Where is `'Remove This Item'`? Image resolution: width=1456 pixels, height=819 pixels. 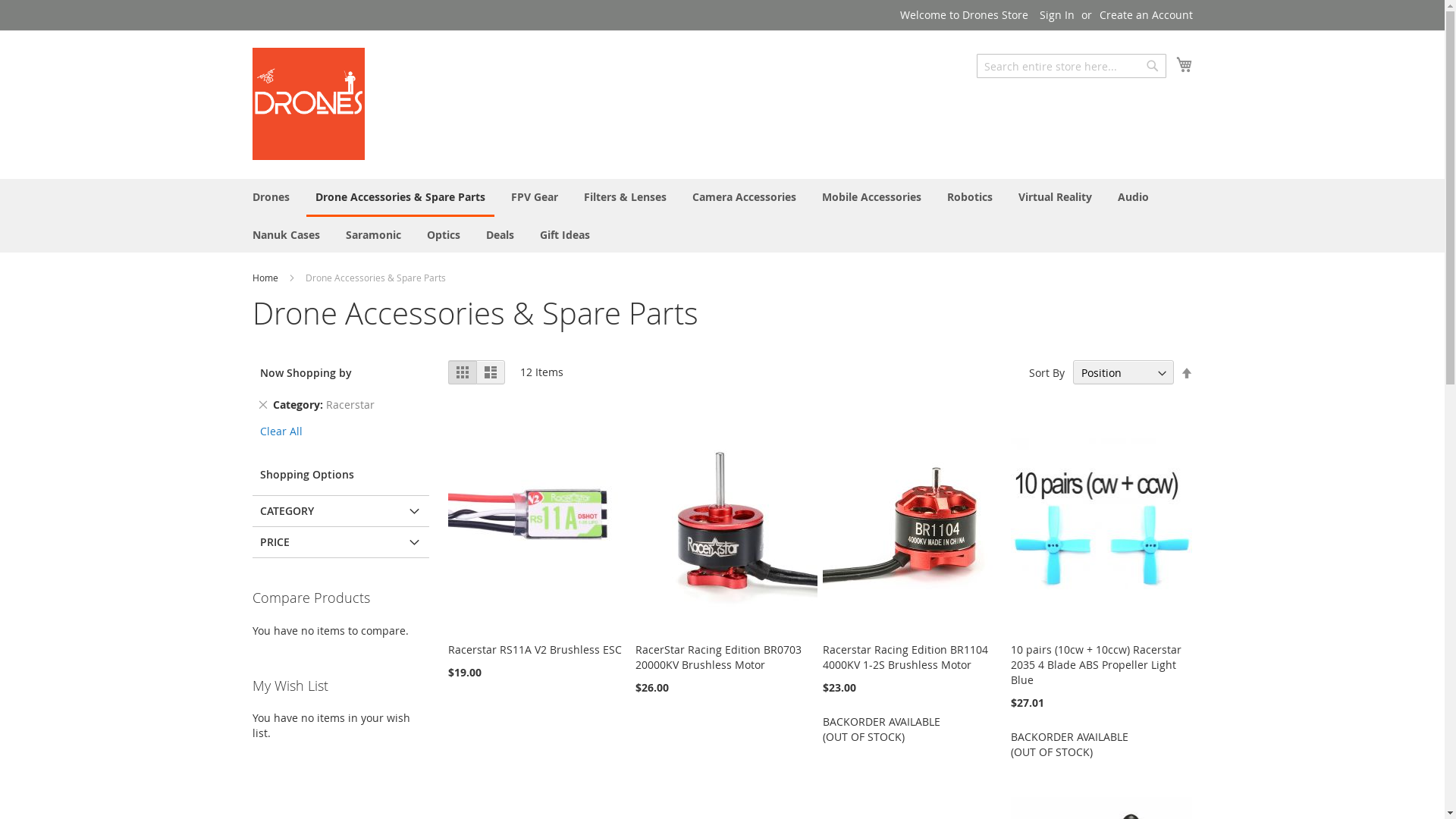 'Remove This Item' is located at coordinates (262, 403).